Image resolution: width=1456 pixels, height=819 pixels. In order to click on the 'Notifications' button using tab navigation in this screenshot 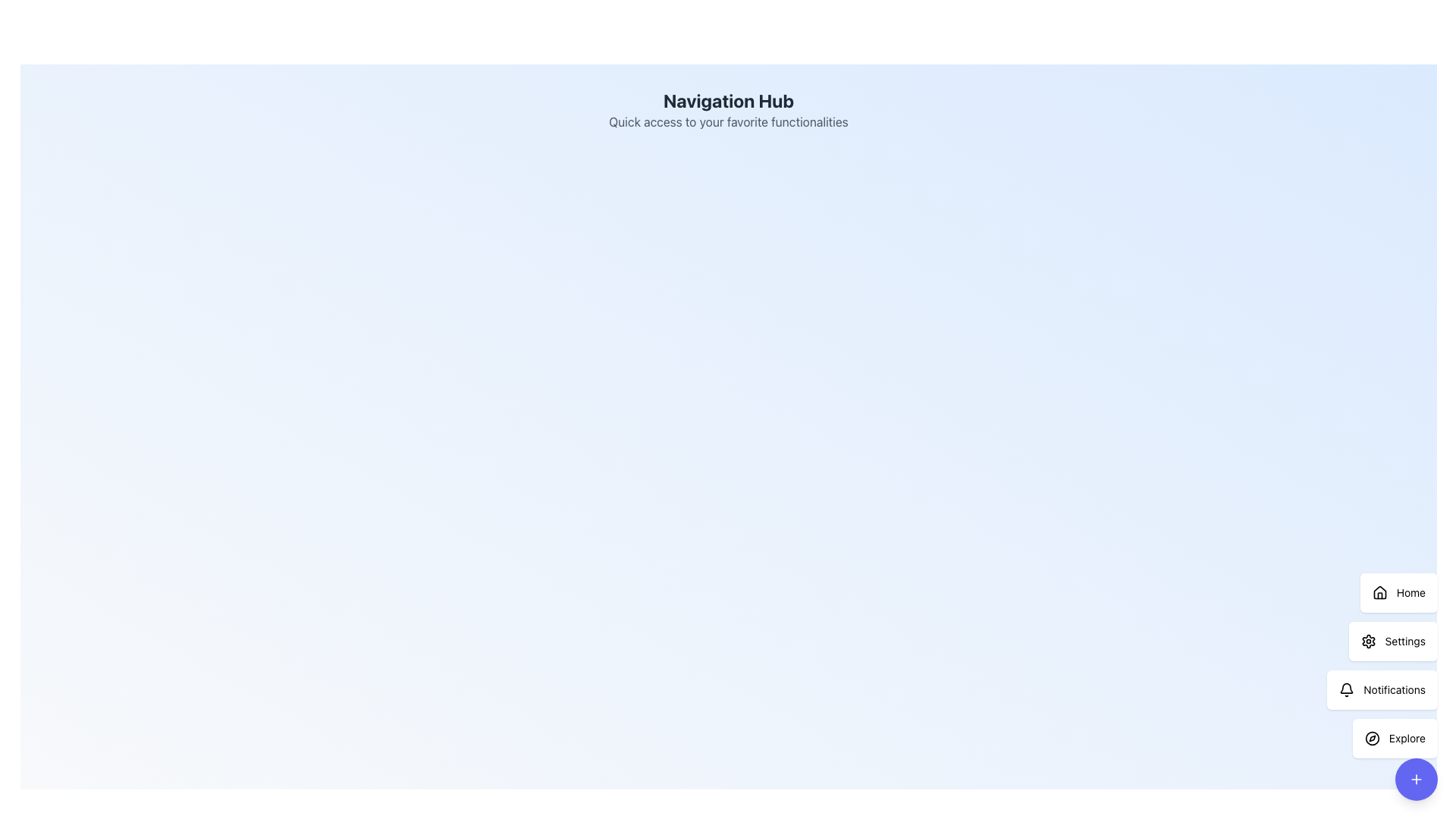, I will do `click(1382, 690)`.